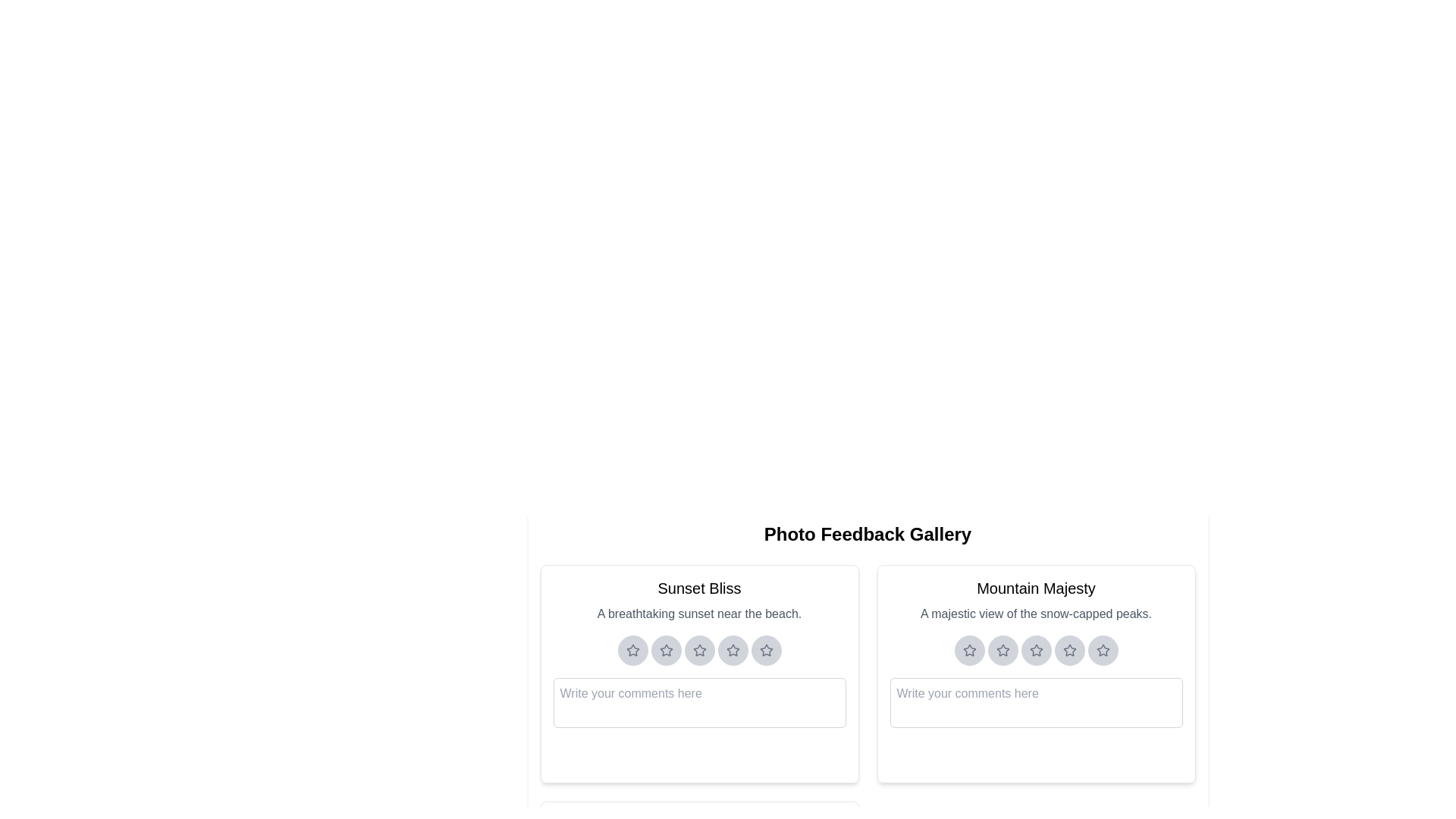 This screenshot has width=1456, height=819. Describe the element at coordinates (698, 755) in the screenshot. I see `the feedback submission button located at the bottom center of the 'Sunset Bliss' card` at that location.